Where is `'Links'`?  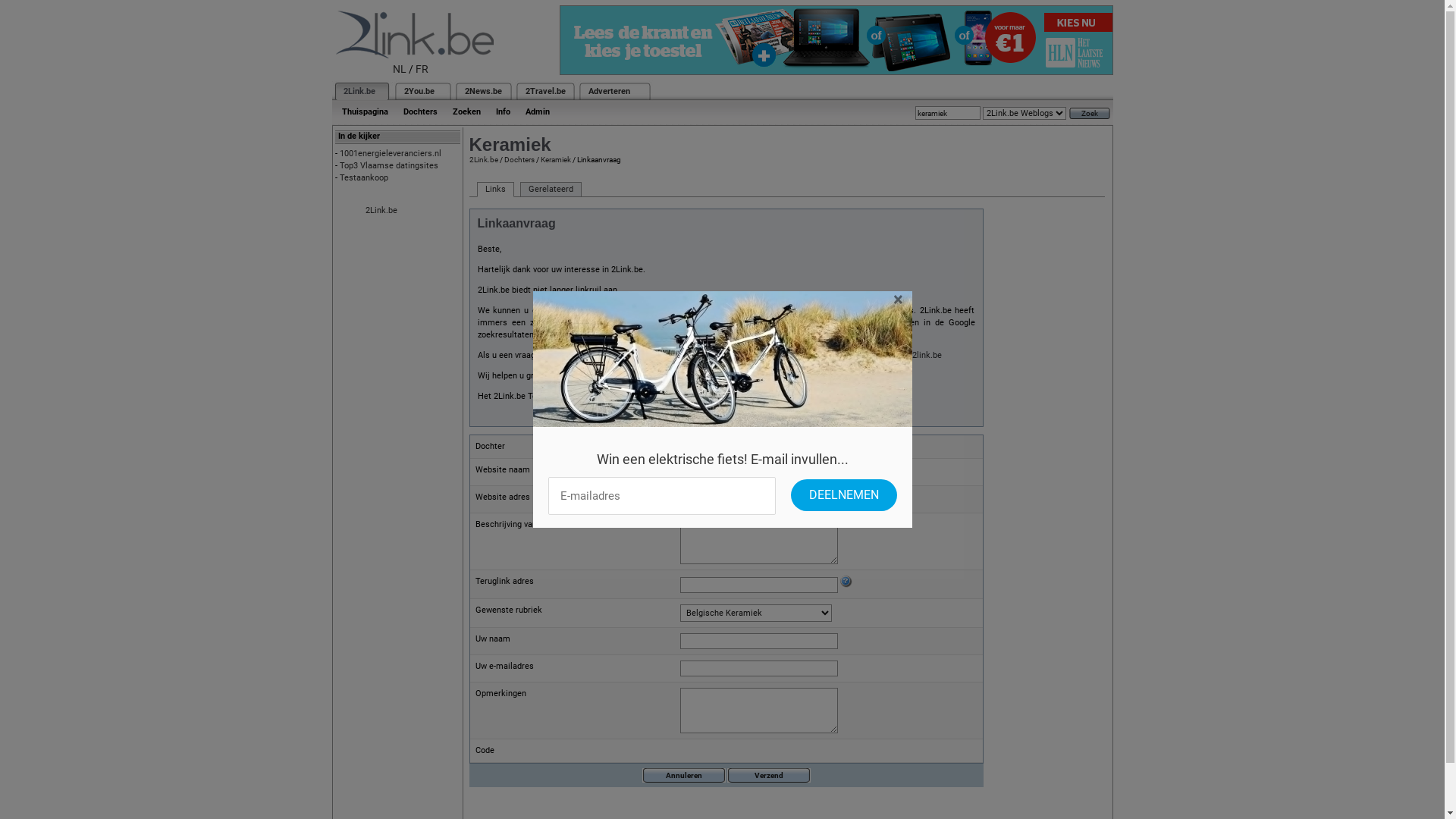
'Links' is located at coordinates (494, 189).